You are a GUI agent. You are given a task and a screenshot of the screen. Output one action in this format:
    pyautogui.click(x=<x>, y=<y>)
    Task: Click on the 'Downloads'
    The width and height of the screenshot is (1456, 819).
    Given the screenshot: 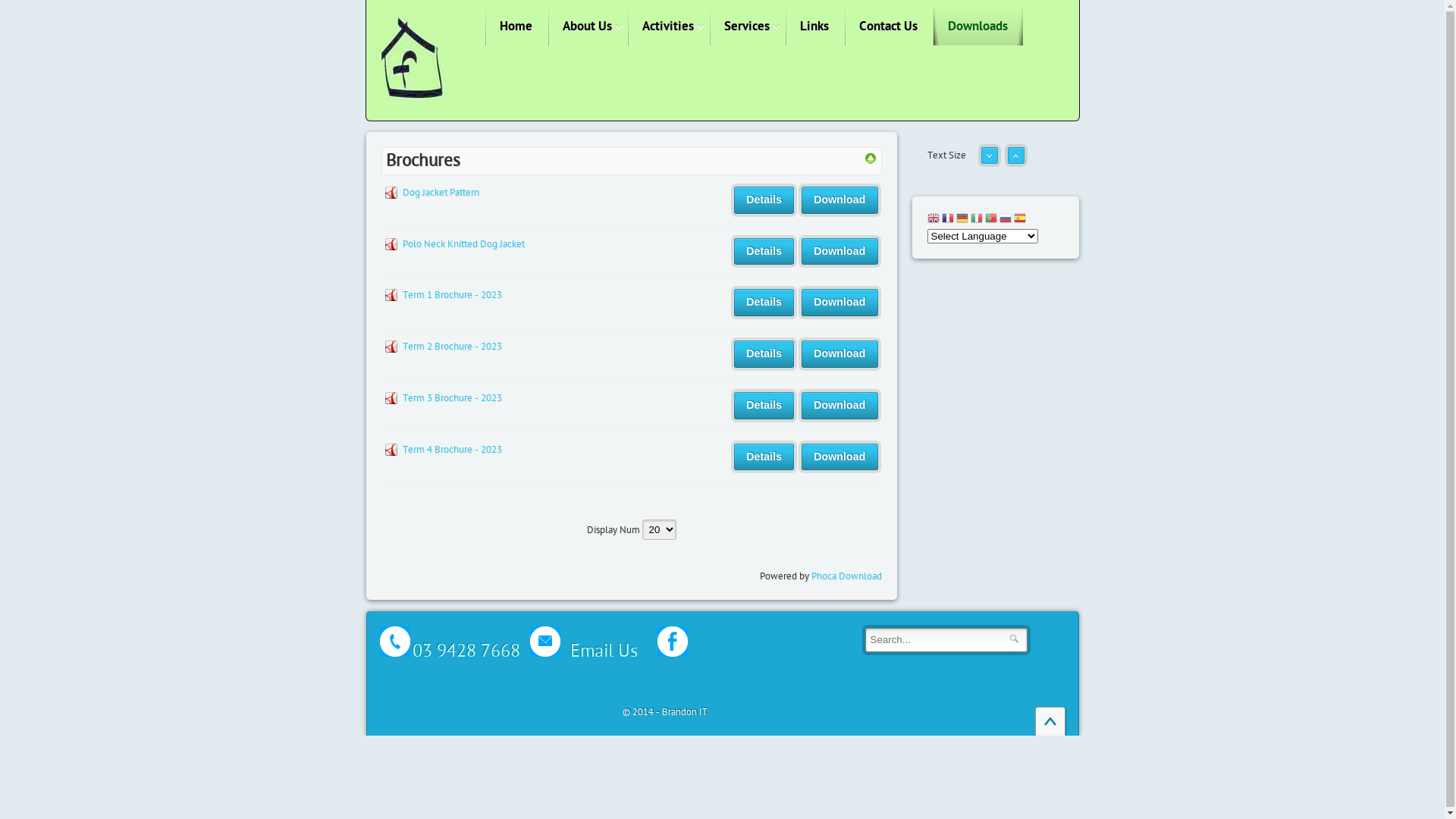 What is the action you would take?
    pyautogui.click(x=977, y=26)
    